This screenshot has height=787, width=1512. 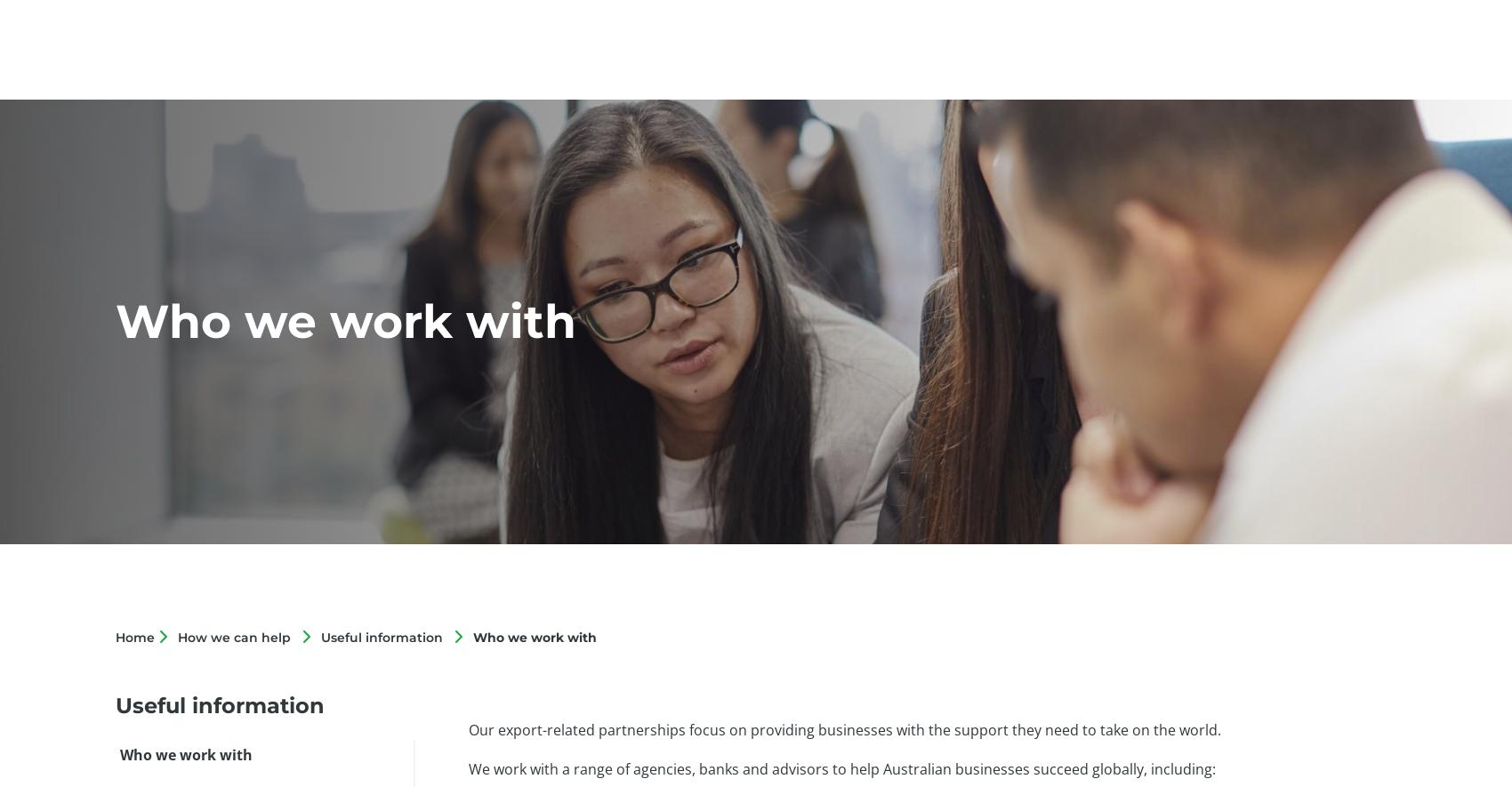 What do you see at coordinates (1051, 52) in the screenshot?
I see `'exportonline'` at bounding box center [1051, 52].